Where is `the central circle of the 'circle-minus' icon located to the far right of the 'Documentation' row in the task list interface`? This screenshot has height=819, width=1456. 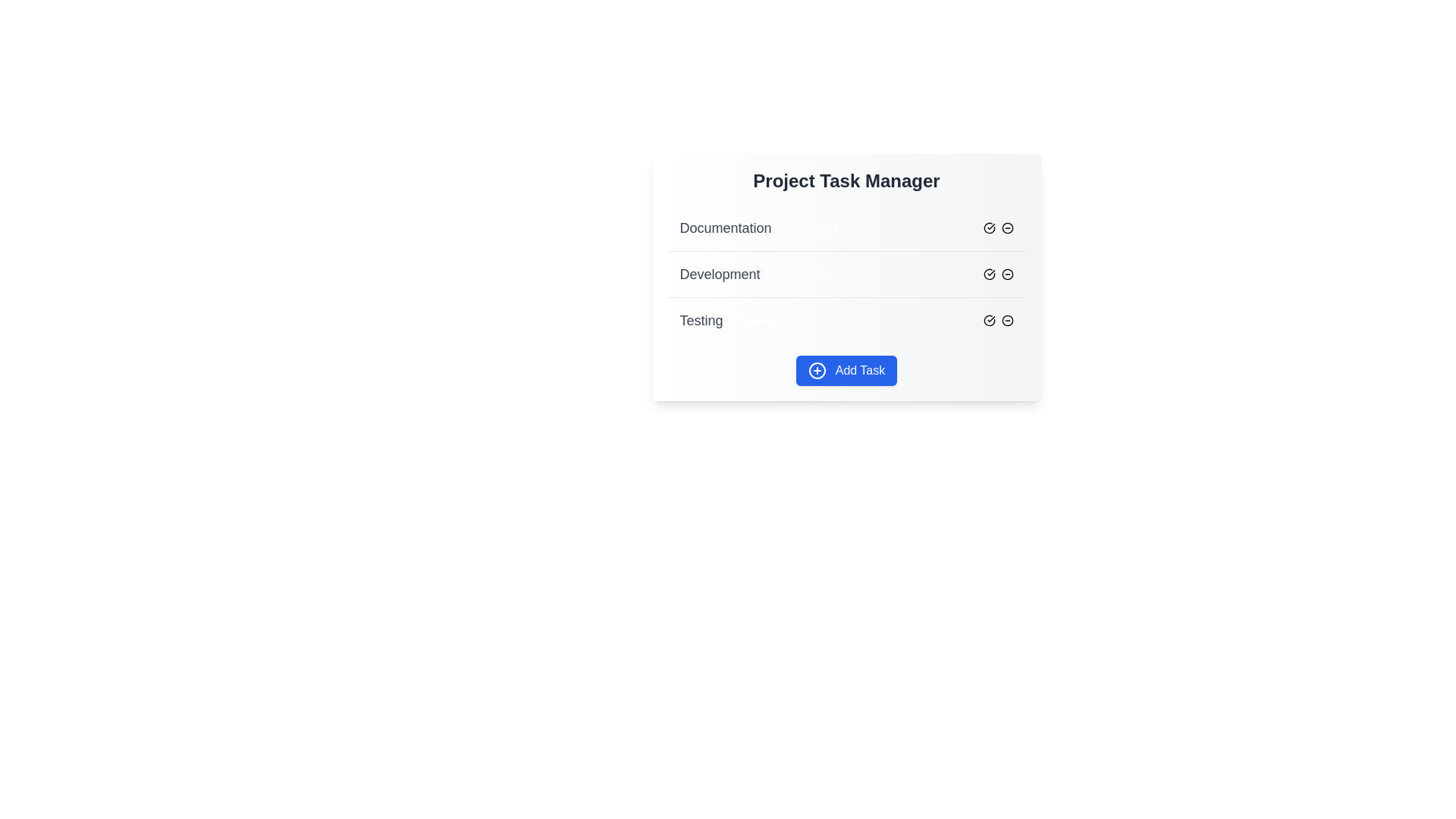
the central circle of the 'circle-minus' icon located to the far right of the 'Documentation' row in the task list interface is located at coordinates (1007, 227).